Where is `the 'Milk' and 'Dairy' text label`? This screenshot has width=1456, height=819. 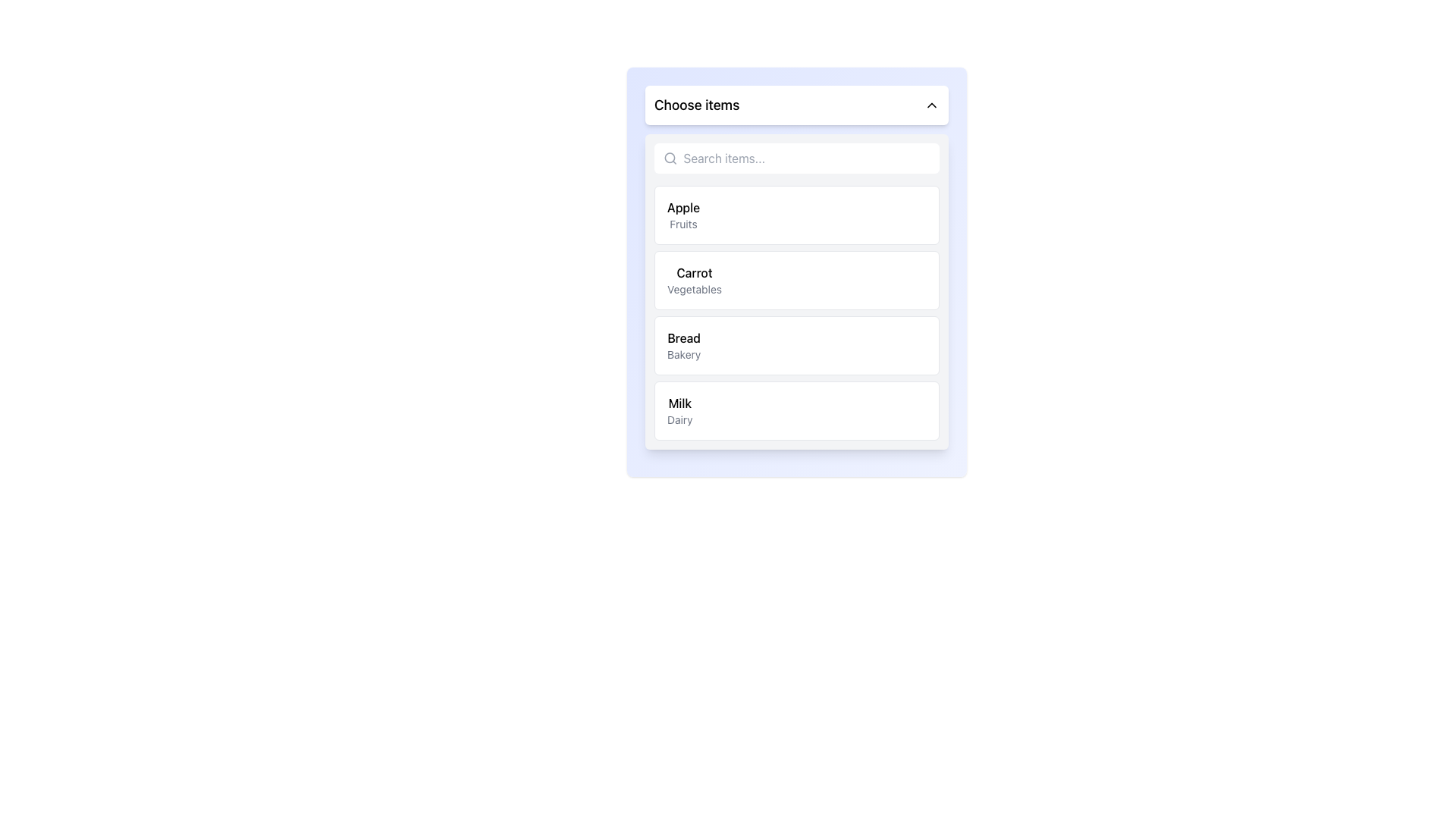 the 'Milk' and 'Dairy' text label is located at coordinates (679, 411).